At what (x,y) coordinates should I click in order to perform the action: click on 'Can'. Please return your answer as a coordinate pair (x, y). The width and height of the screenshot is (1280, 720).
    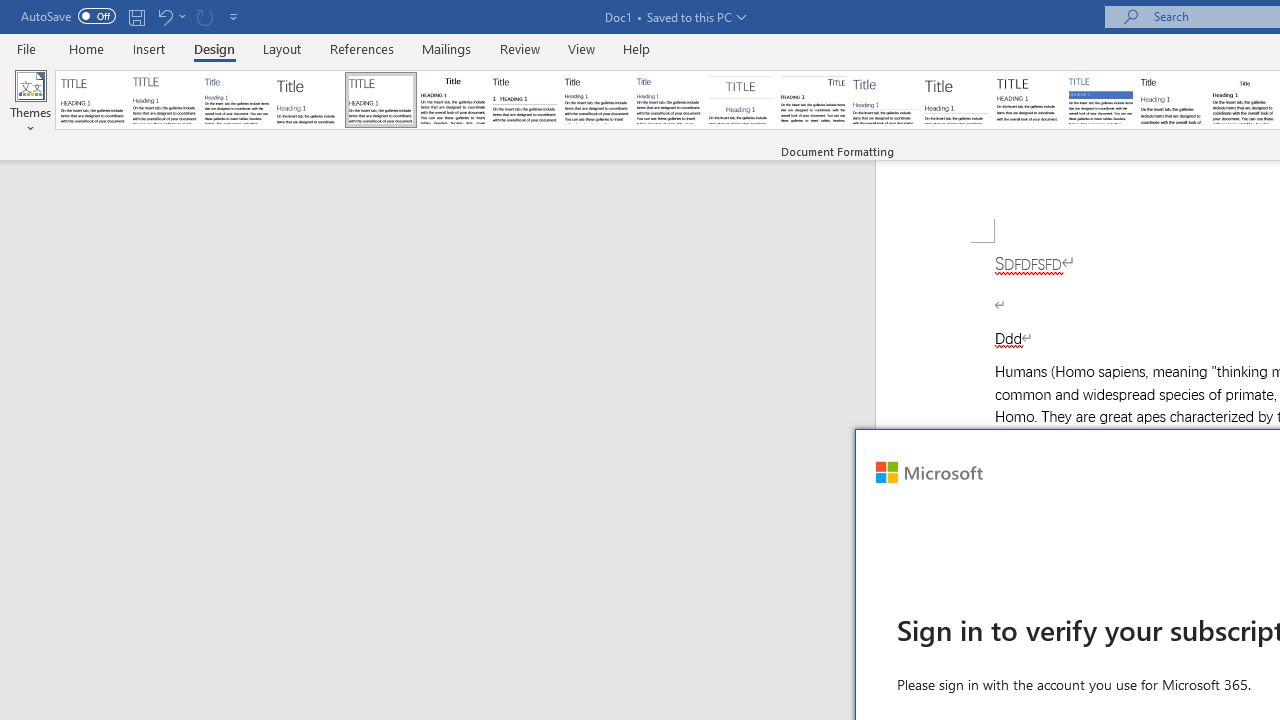
    Looking at the image, I should click on (204, 16).